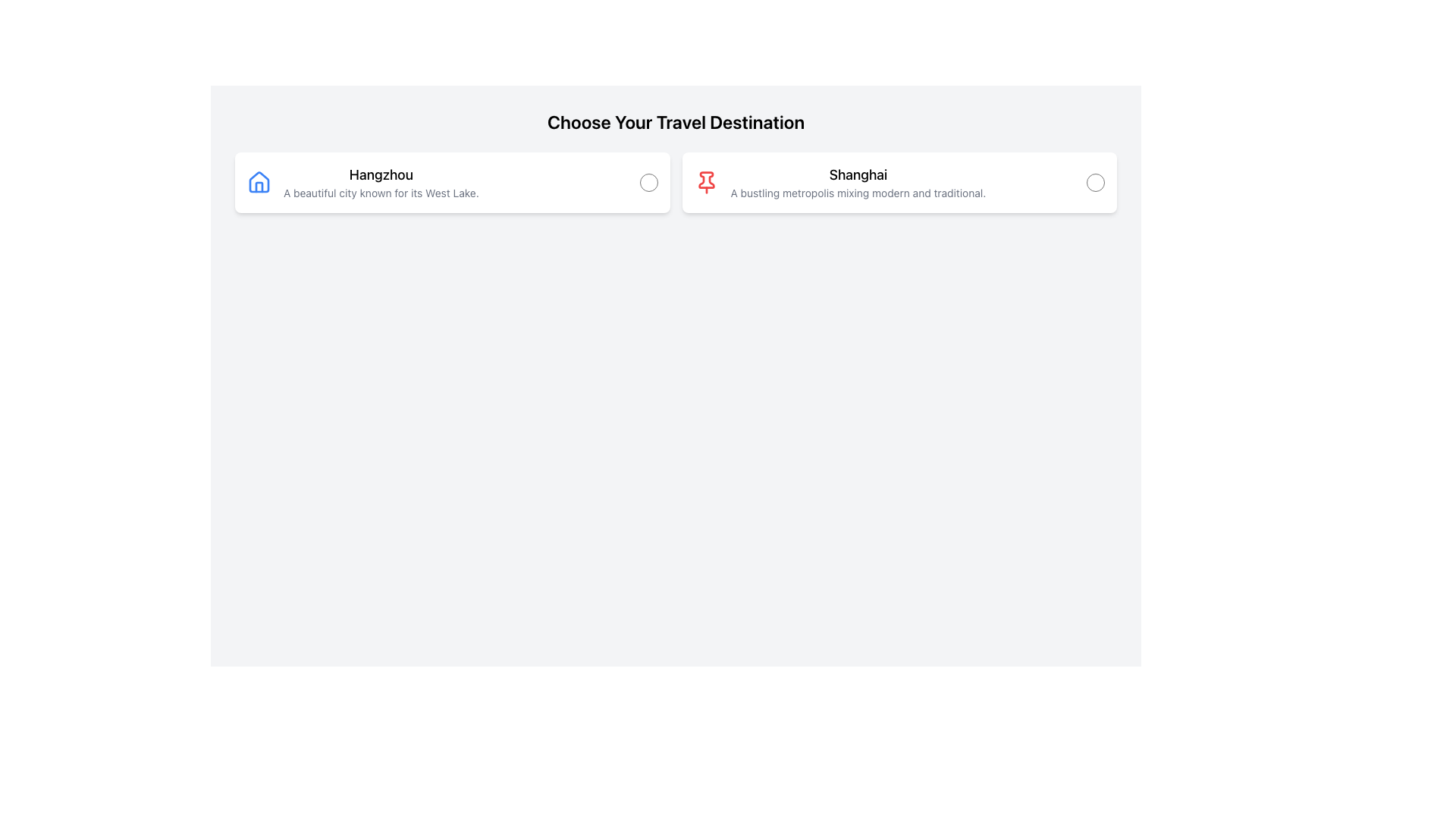 Image resolution: width=1456 pixels, height=819 pixels. I want to click on the text display element that describes the 'Shanghai' travel destination, located in the second option card to the right of the 'Hangzhou' option, so click(858, 181).